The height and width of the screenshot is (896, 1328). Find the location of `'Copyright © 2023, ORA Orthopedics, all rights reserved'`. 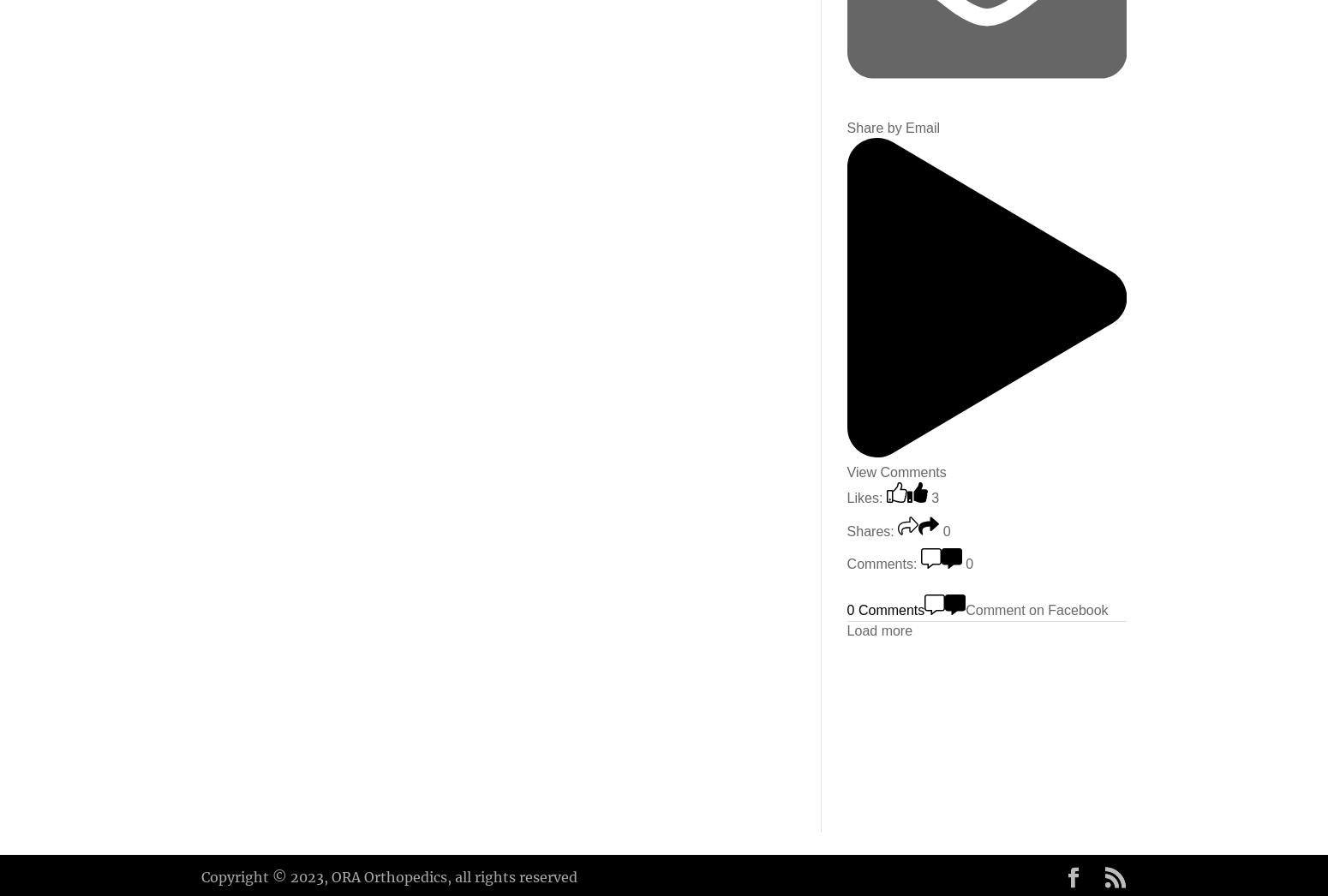

'Copyright © 2023, ORA Orthopedics, all rights reserved' is located at coordinates (389, 875).